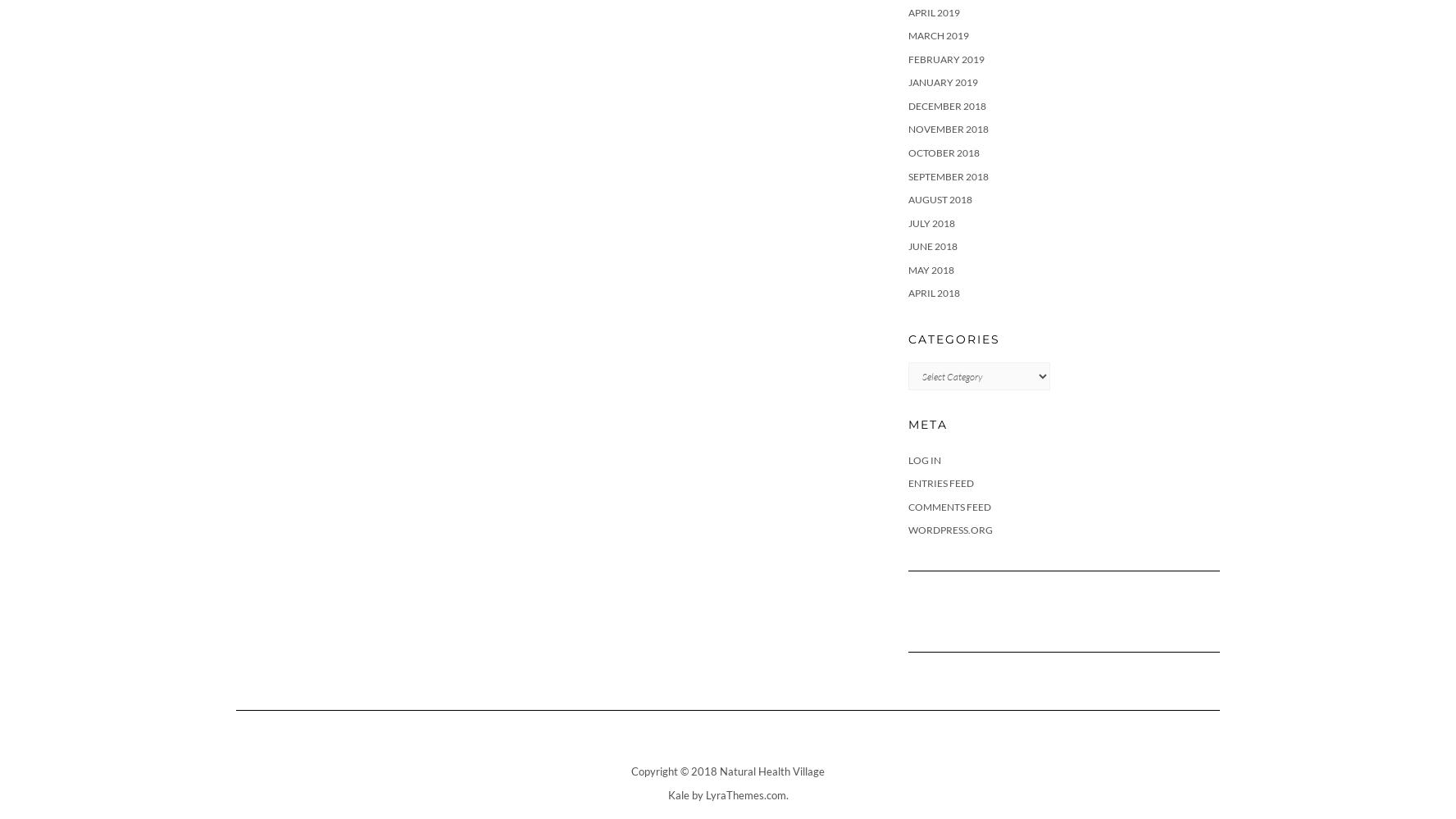 This screenshot has width=1456, height=819. I want to click on 'WordPress.org', so click(908, 529).